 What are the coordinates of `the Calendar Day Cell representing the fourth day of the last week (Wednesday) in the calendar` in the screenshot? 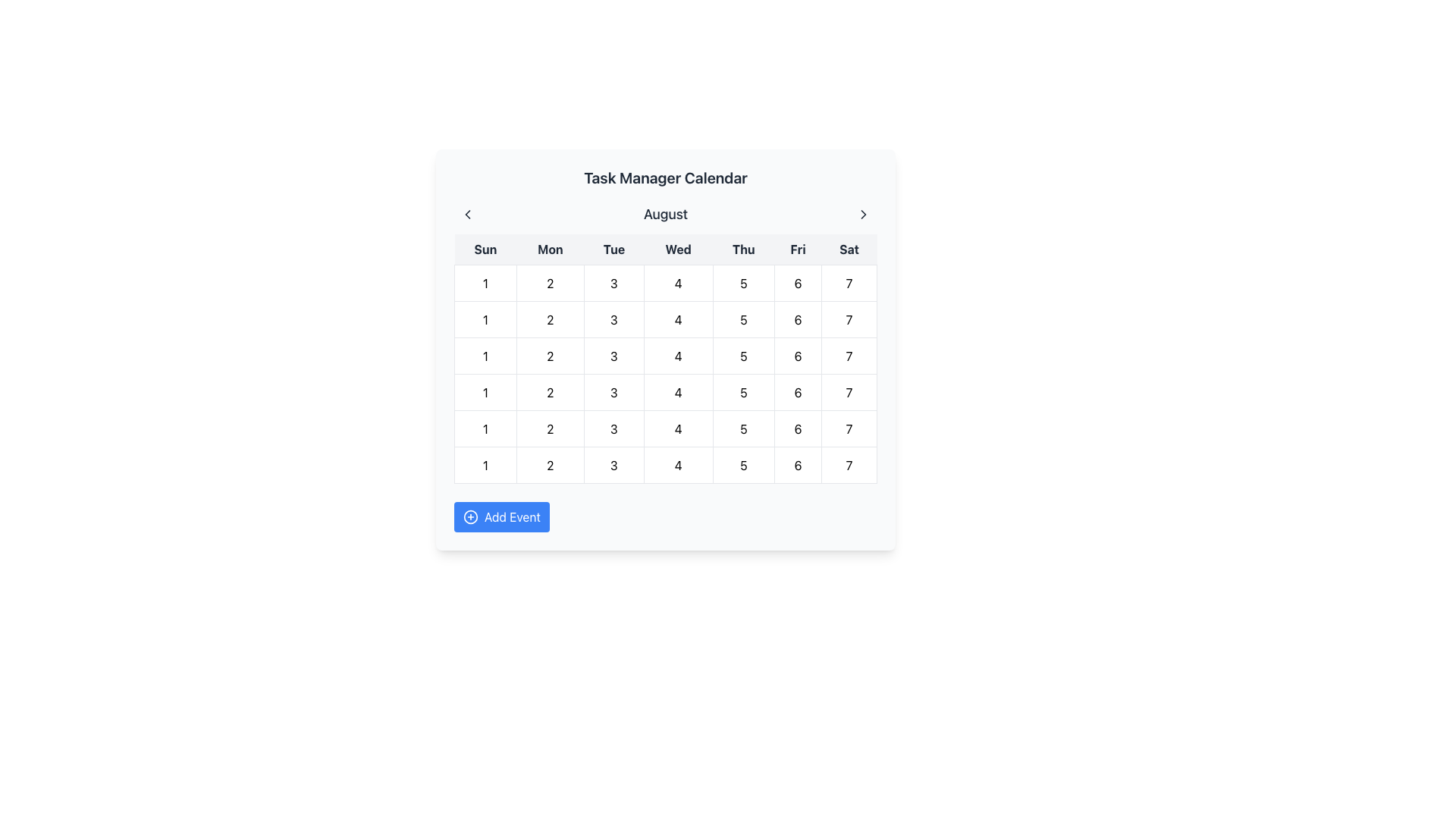 It's located at (666, 464).